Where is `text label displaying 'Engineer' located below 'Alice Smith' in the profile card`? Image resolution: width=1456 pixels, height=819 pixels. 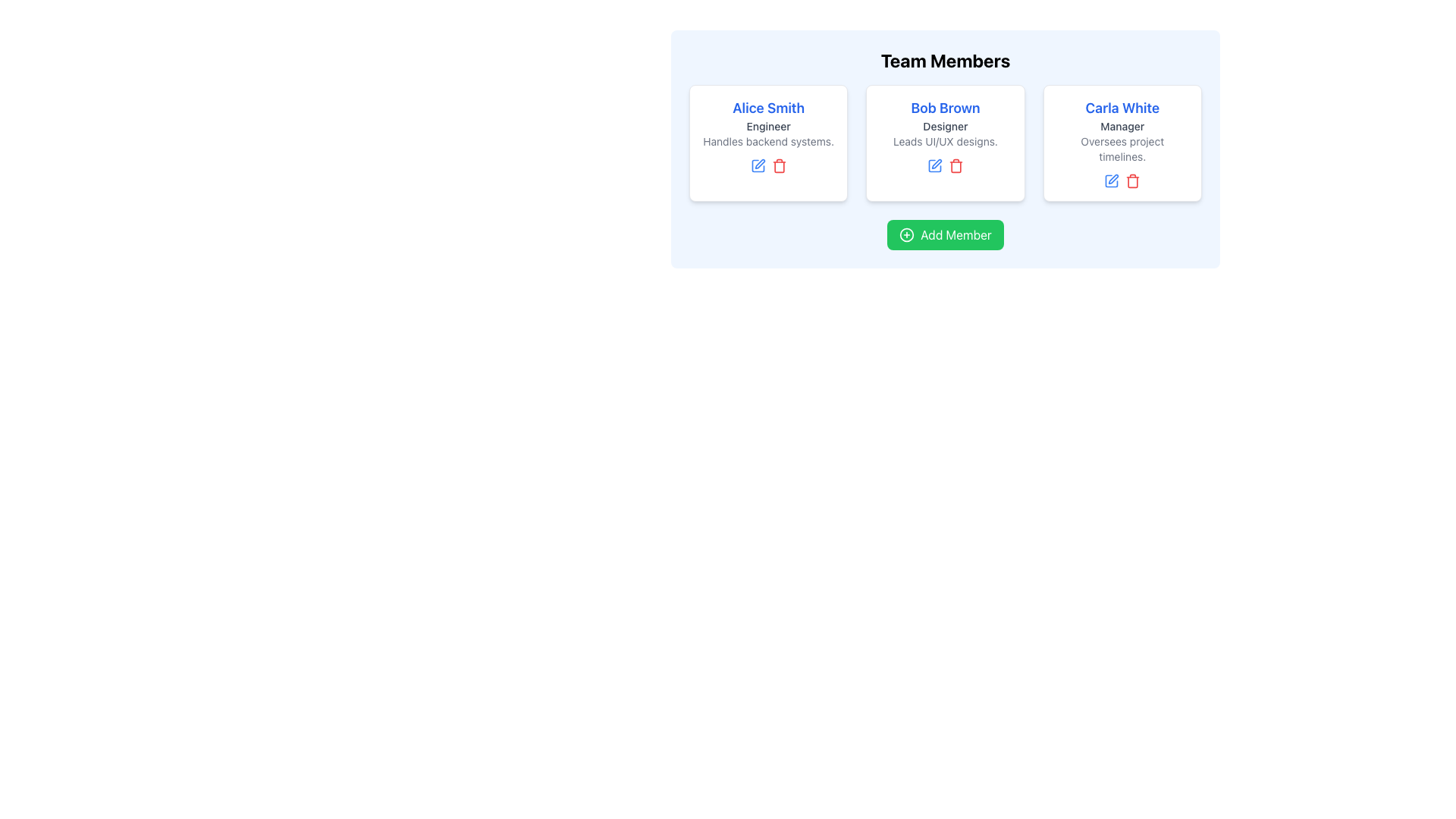
text label displaying 'Engineer' located below 'Alice Smith' in the profile card is located at coordinates (768, 125).